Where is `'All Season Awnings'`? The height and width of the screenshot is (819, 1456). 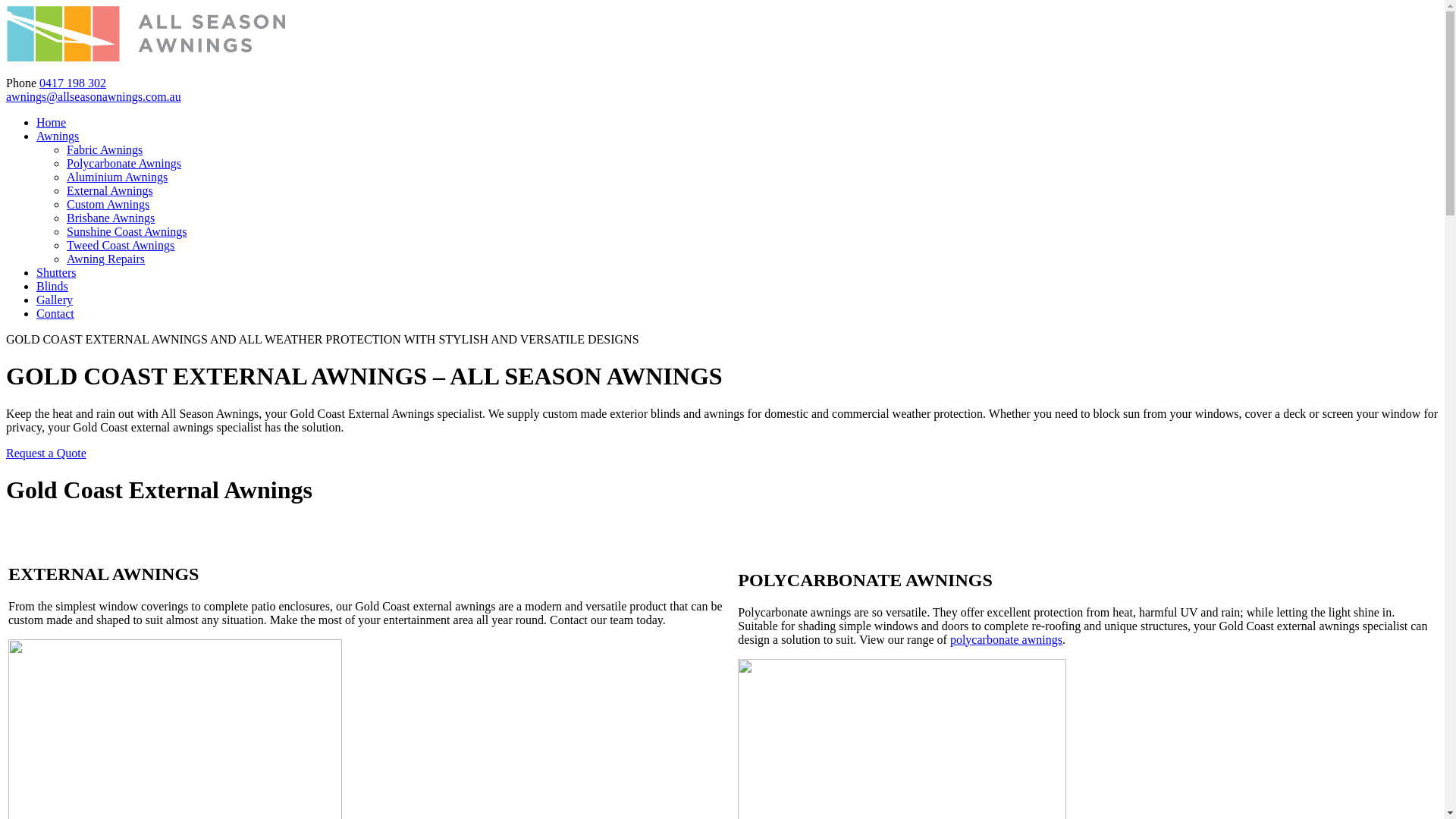 'All Season Awnings' is located at coordinates (146, 56).